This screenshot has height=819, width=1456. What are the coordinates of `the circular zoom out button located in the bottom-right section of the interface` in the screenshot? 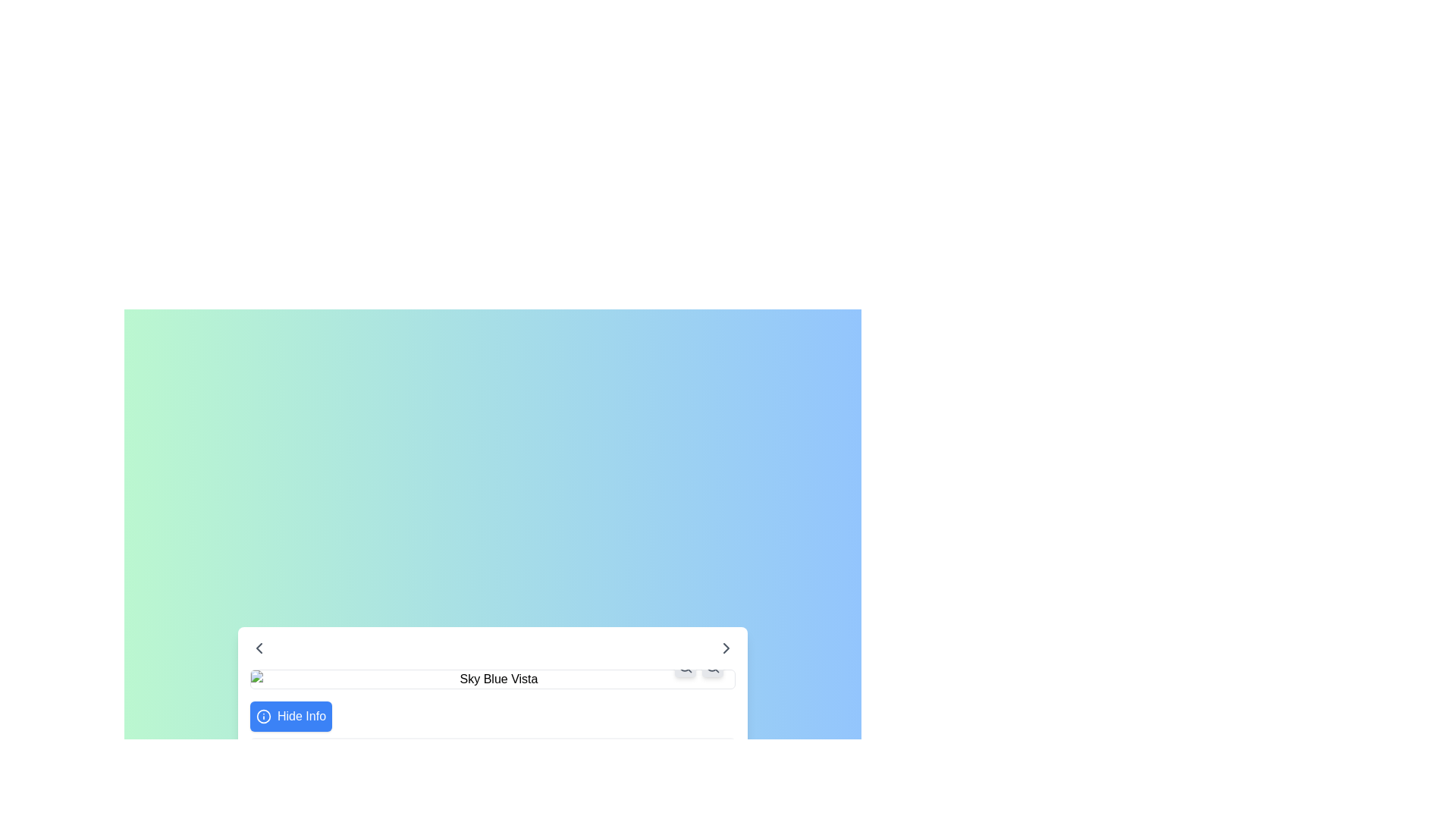 It's located at (684, 666).